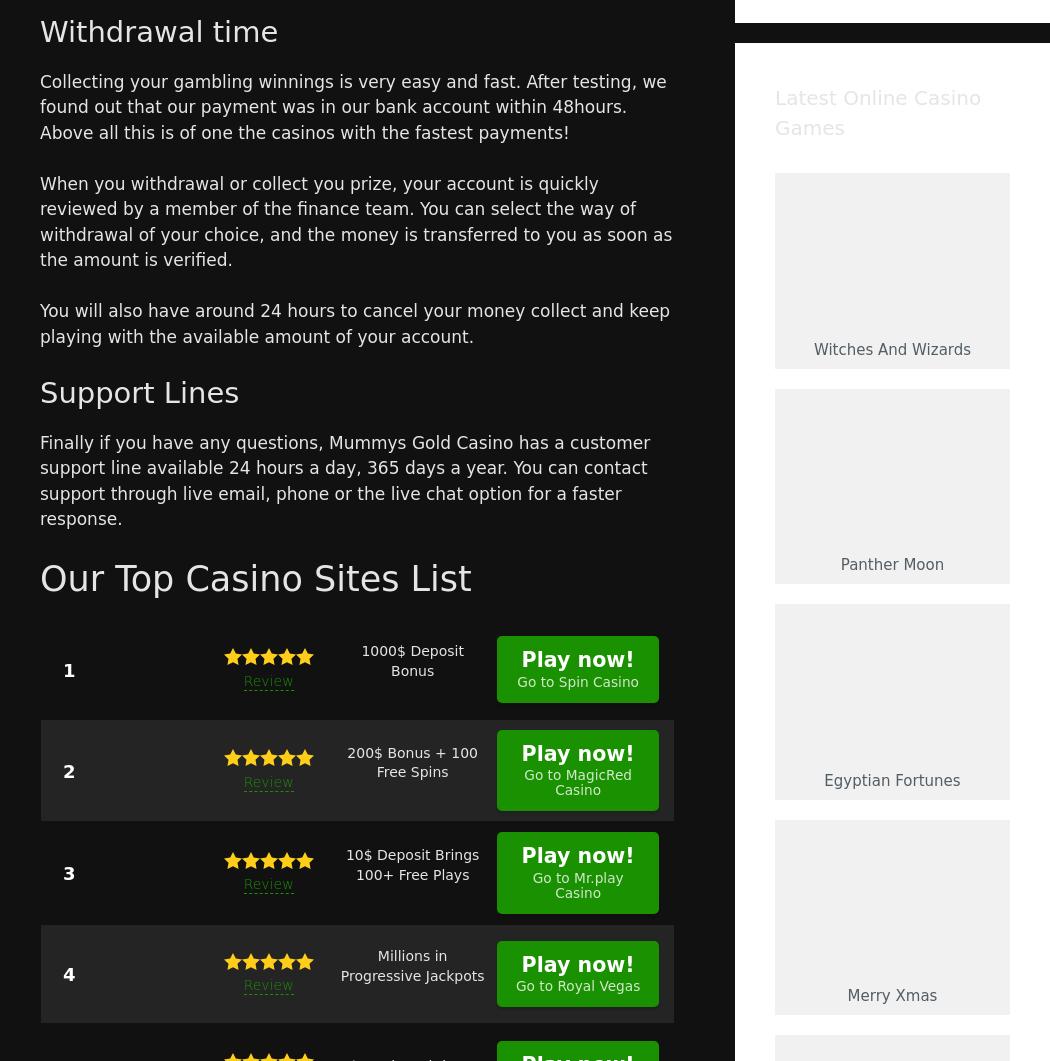 This screenshot has width=1050, height=1061. I want to click on '200$ Bonus + 100 Free Spins', so click(346, 762).